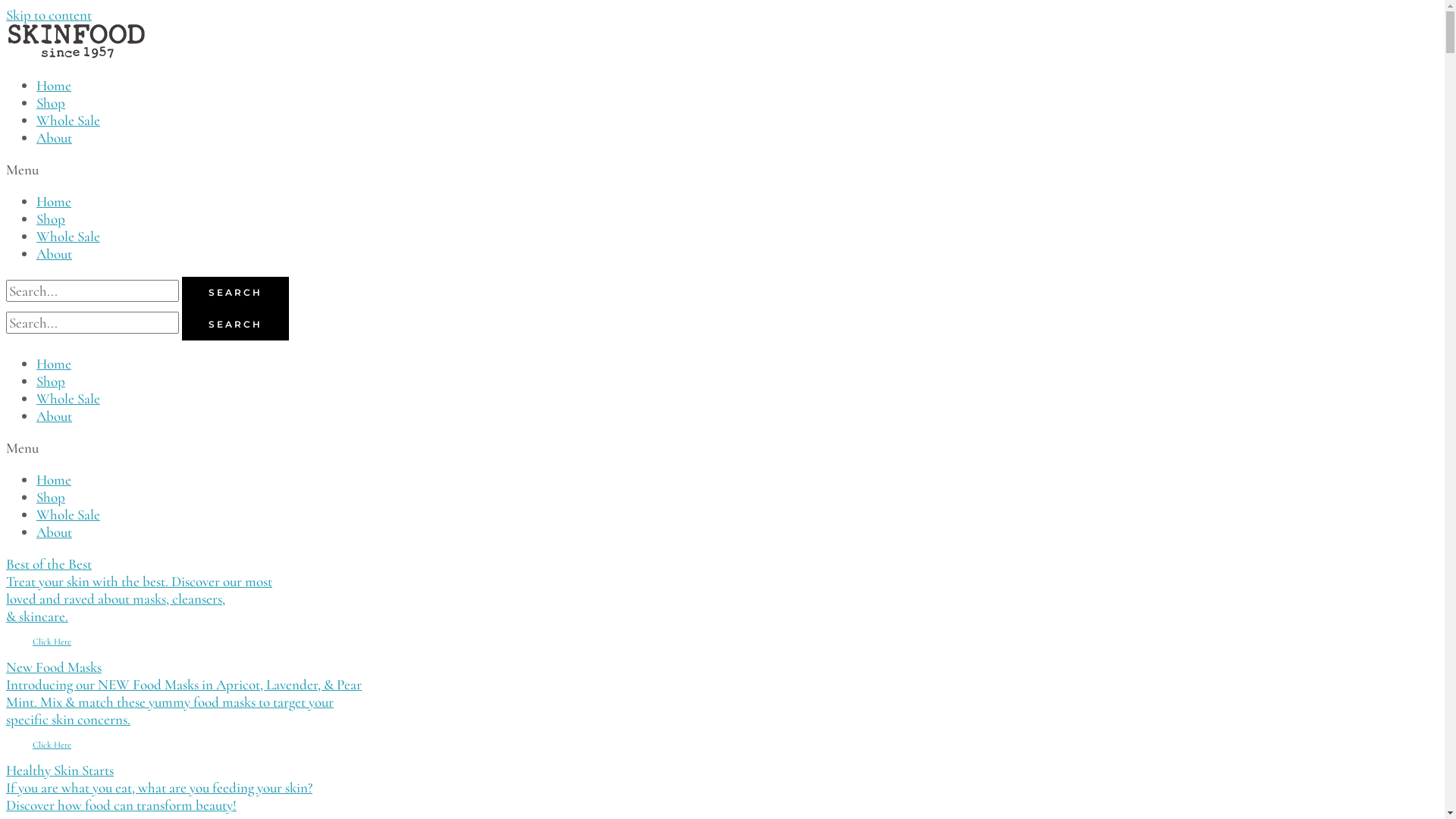 The height and width of the screenshot is (819, 1456). Describe the element at coordinates (54, 137) in the screenshot. I see `'About'` at that location.